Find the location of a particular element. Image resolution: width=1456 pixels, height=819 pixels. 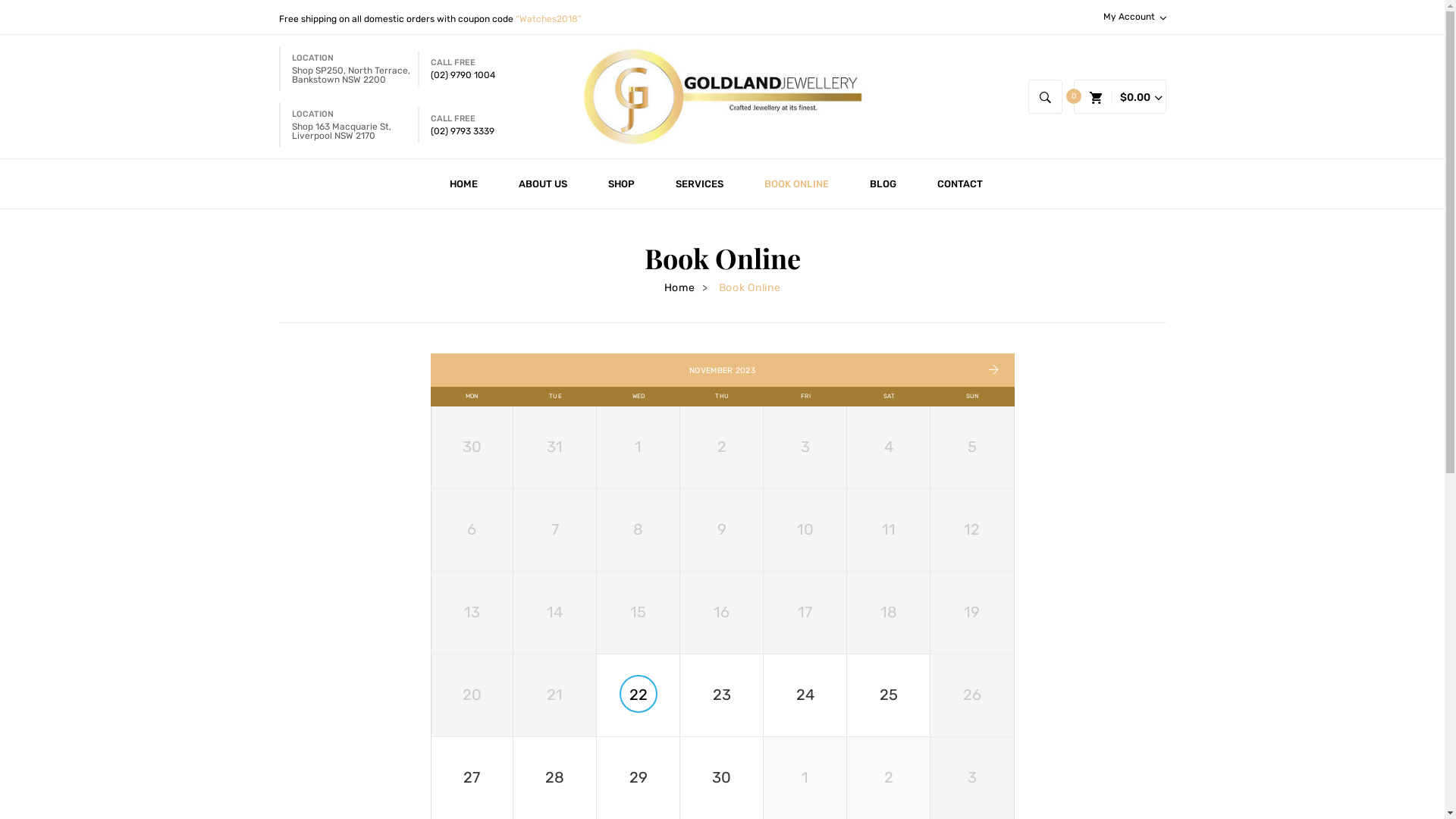

'Home' is located at coordinates (679, 288).